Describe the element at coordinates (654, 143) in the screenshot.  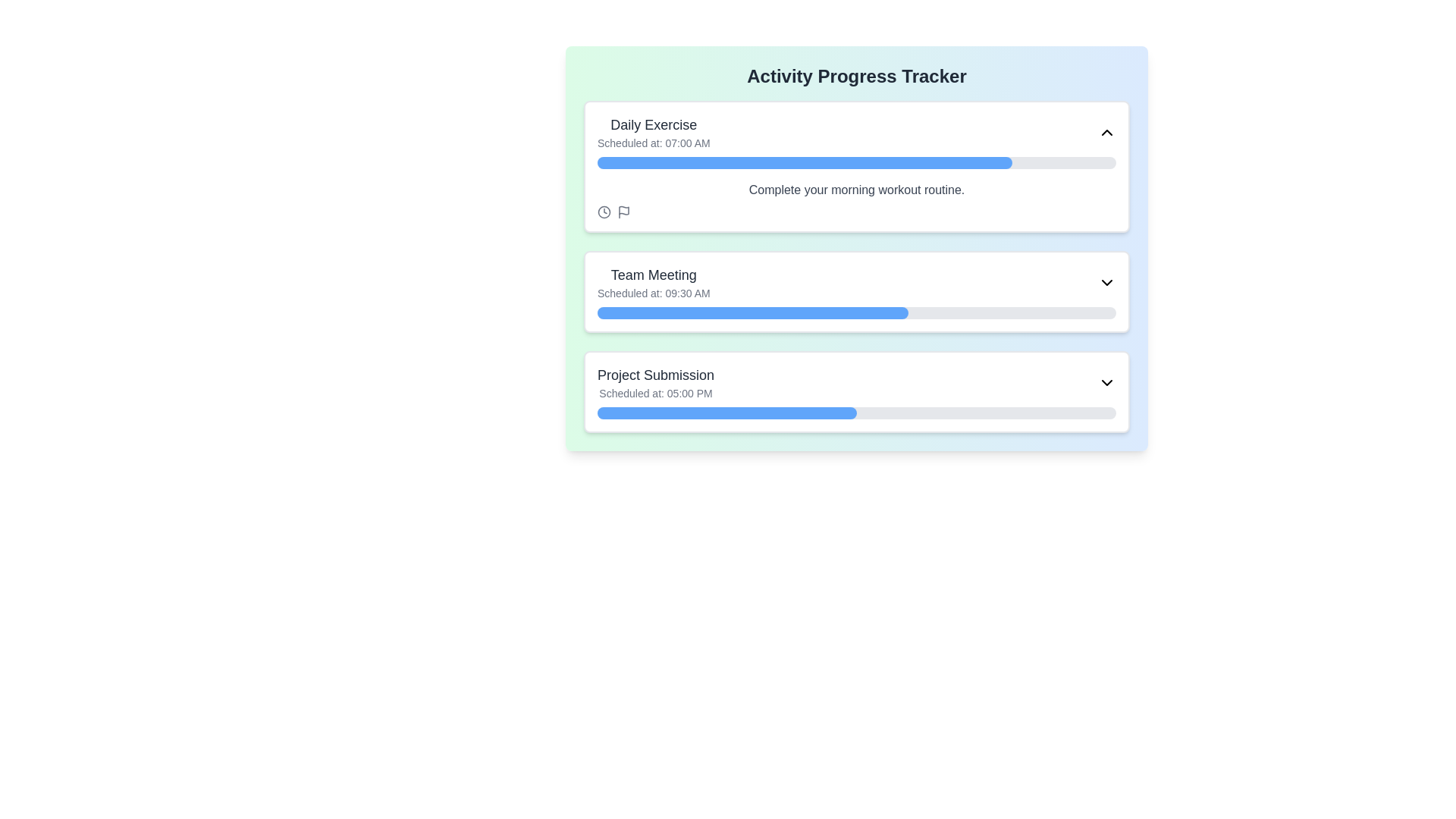
I see `the static text label that informs the user about the scheduled time of the 'Daily Exercise' activity, located below the 'Daily Exercise' text in the topmost card of the interface` at that location.